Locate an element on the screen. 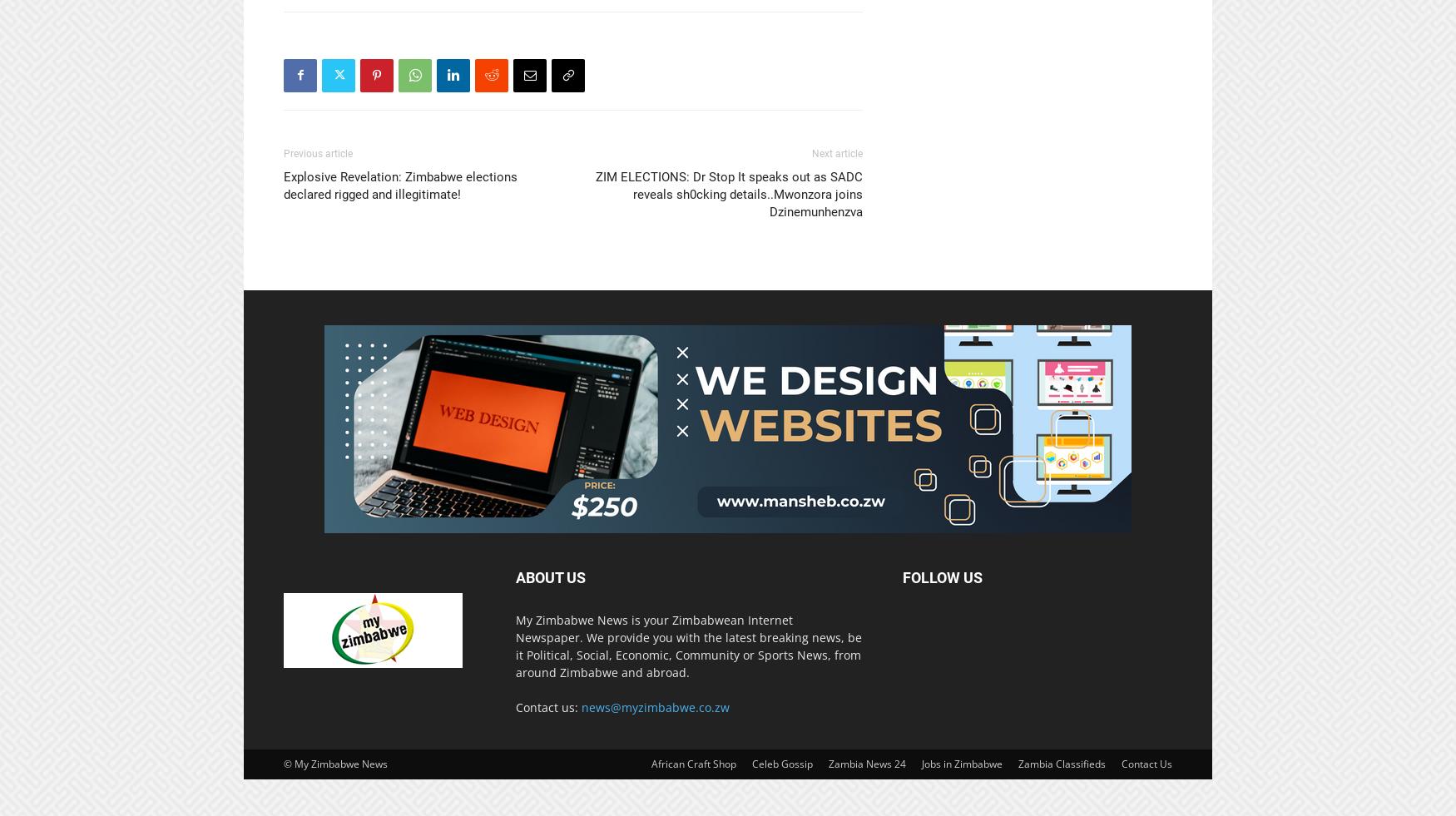  'Previous article' is located at coordinates (317, 152).